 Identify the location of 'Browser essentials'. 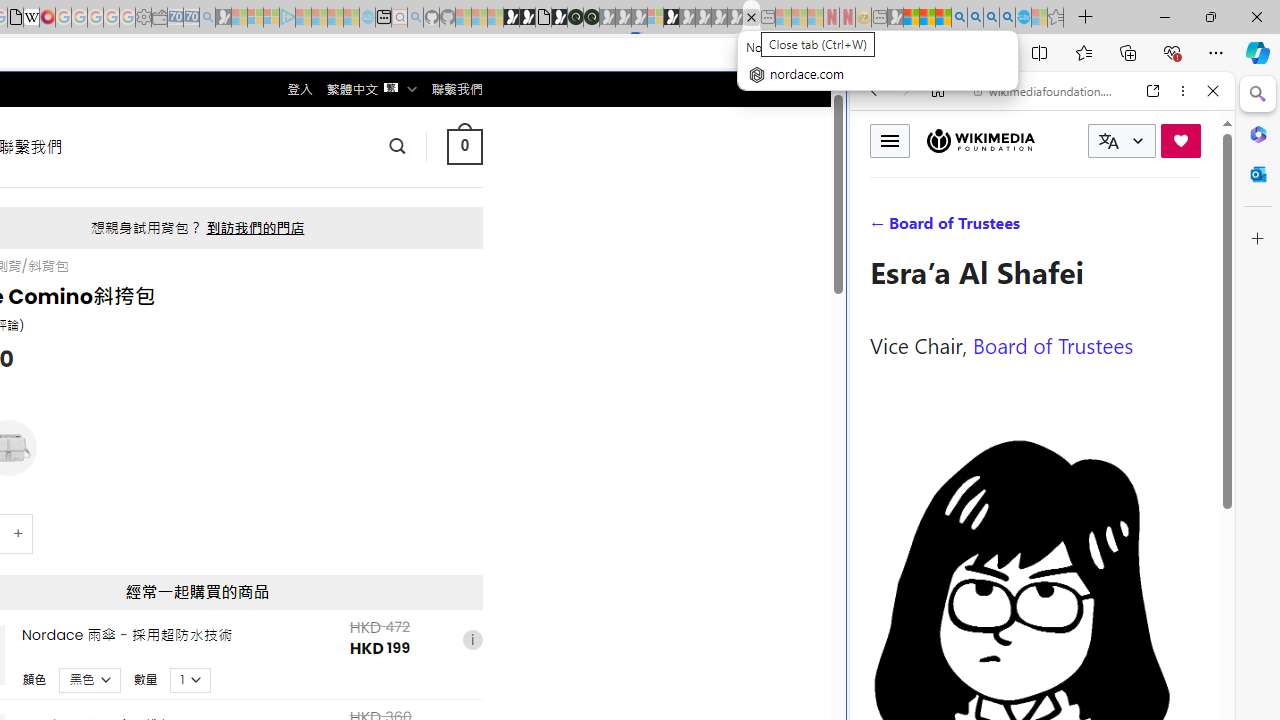
(1171, 51).